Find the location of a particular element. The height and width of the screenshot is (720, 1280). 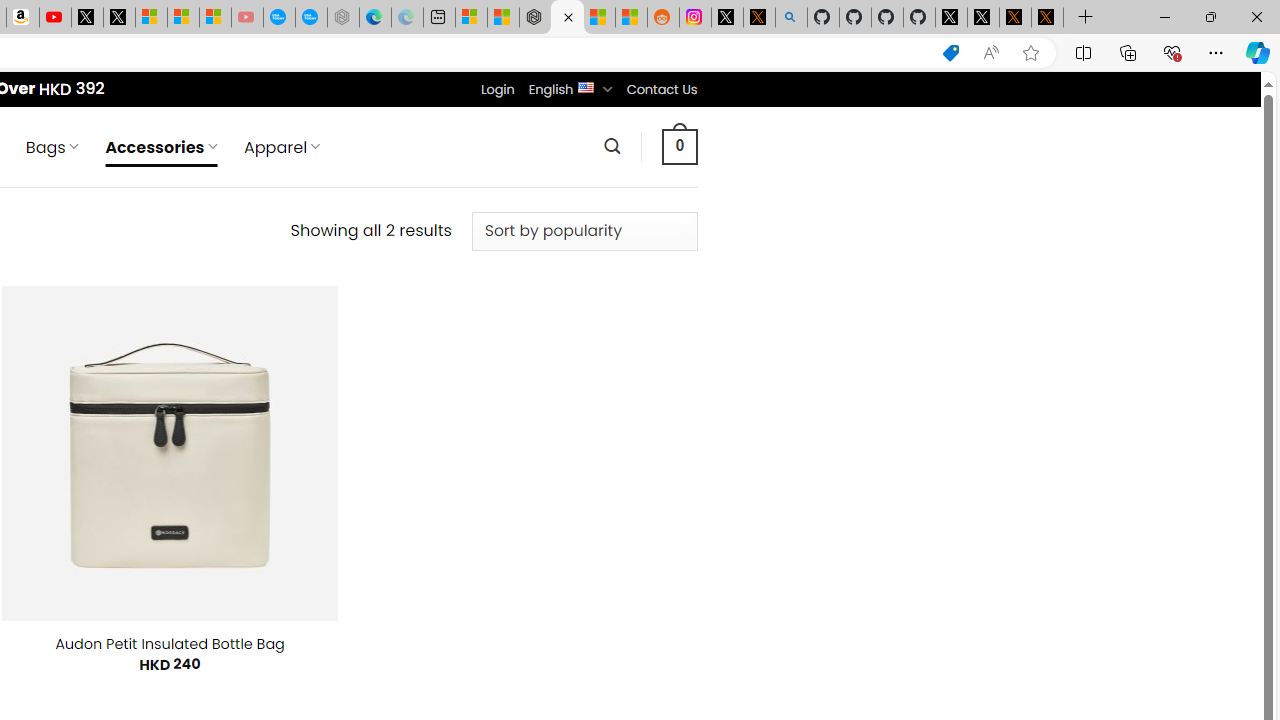

'English' is located at coordinates (585, 85).